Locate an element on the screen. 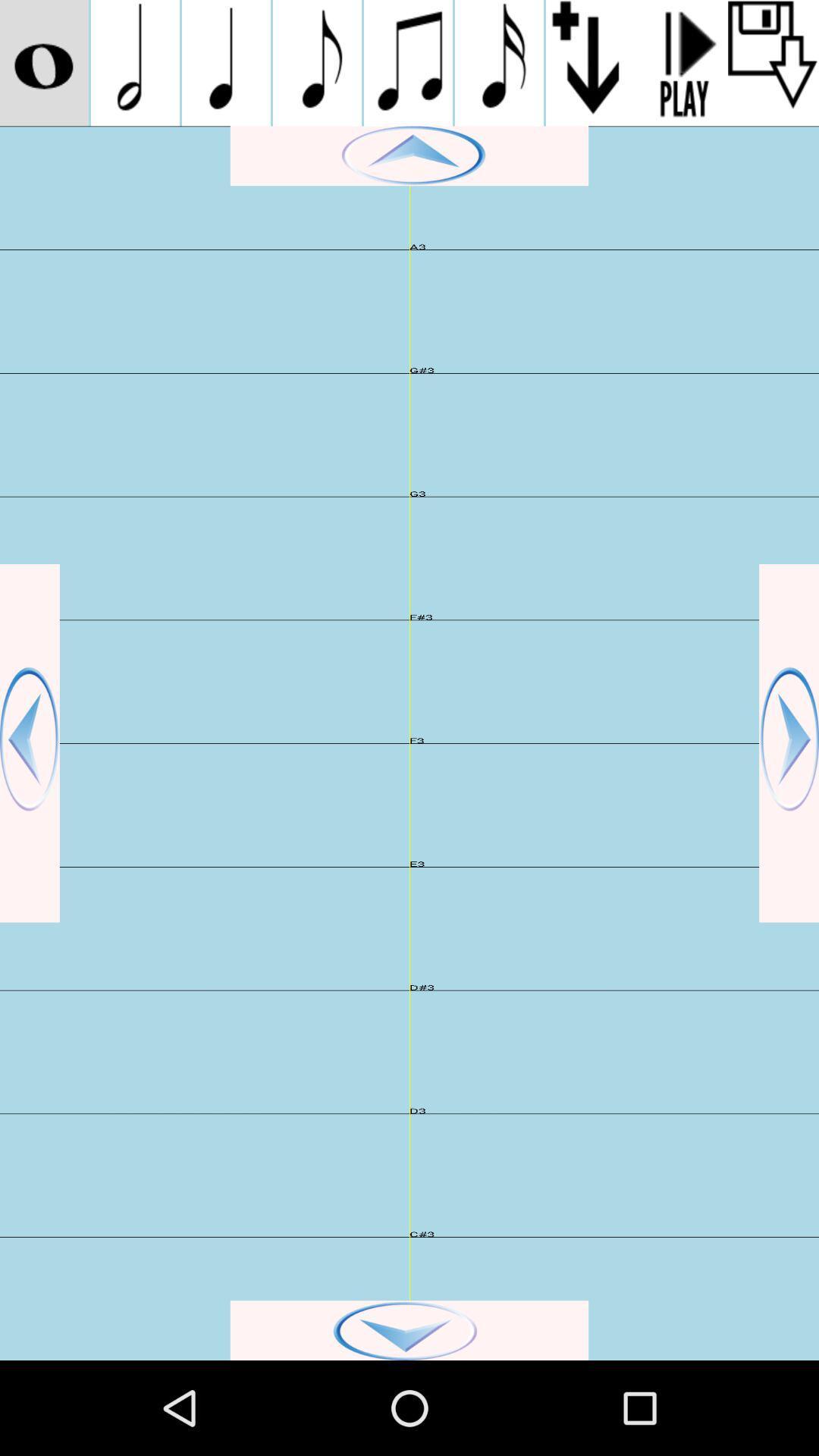  play is located at coordinates (409, 155).